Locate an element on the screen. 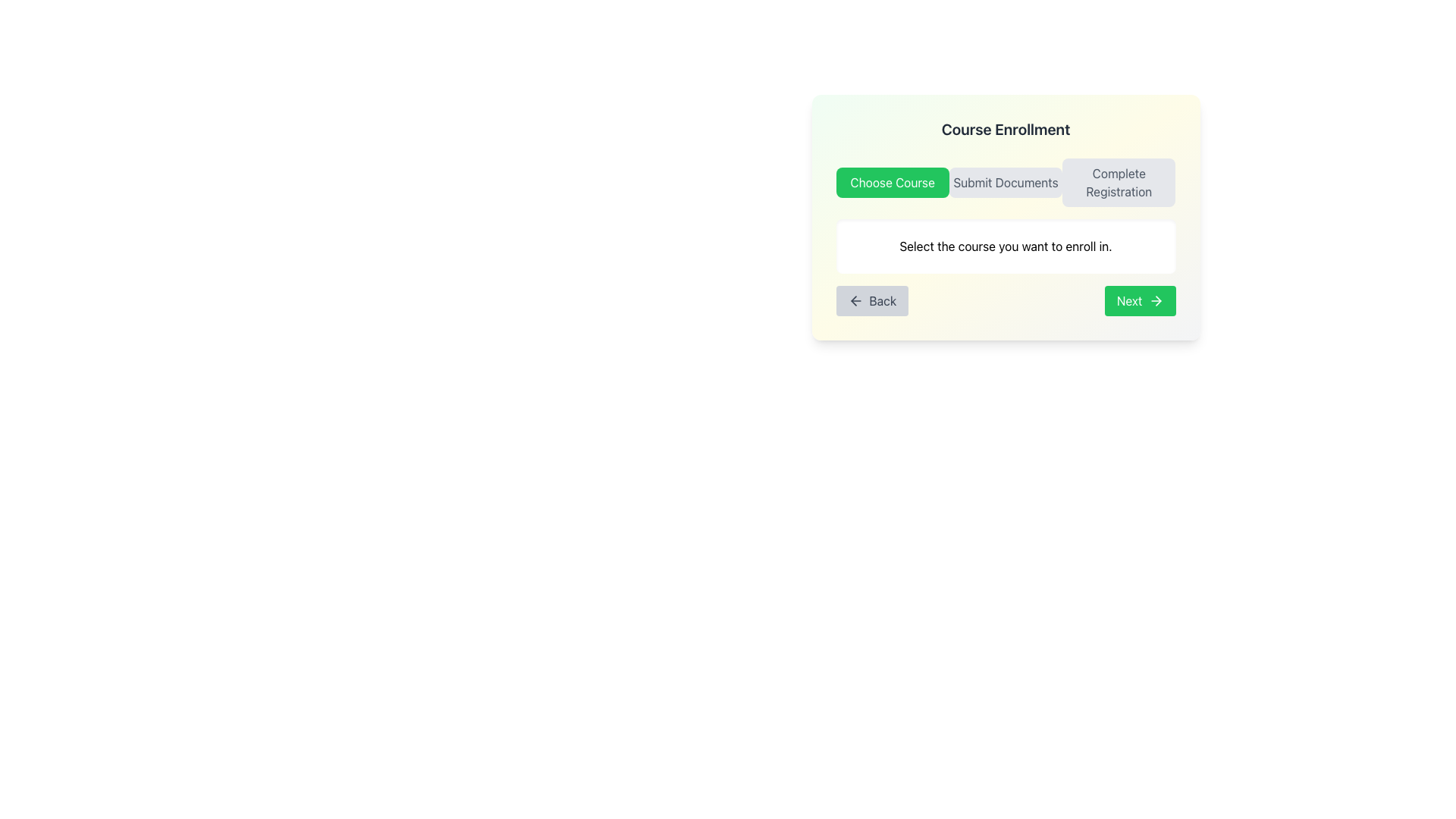 The image size is (1456, 819). the forward arrow icon located to the right of the 'Next' text within the green 'Next' button in the bottom-right corner of the form is located at coordinates (1155, 301).